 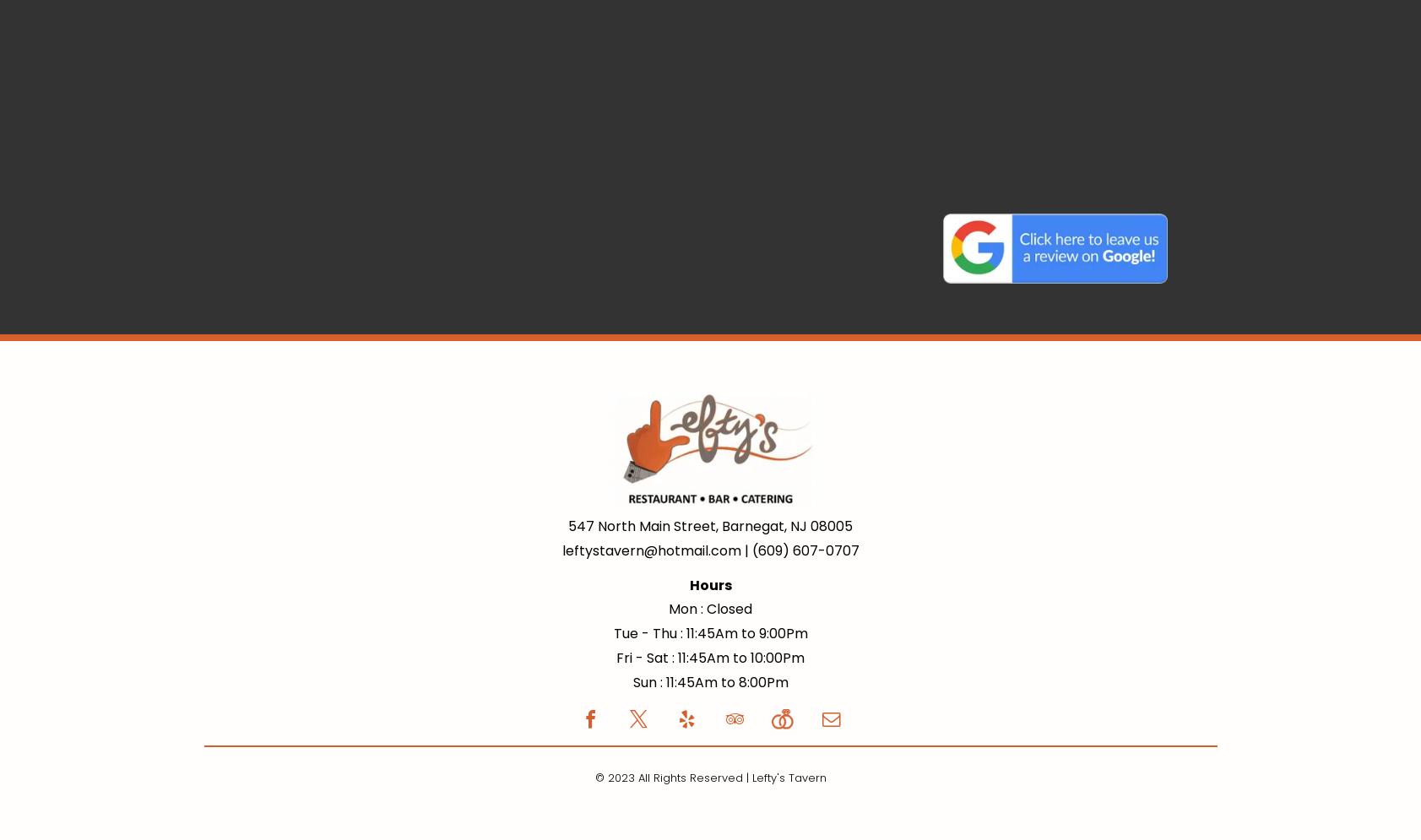 I want to click on 'Tue - Thu : 11:45Am to 9:00Pm', so click(x=612, y=632).